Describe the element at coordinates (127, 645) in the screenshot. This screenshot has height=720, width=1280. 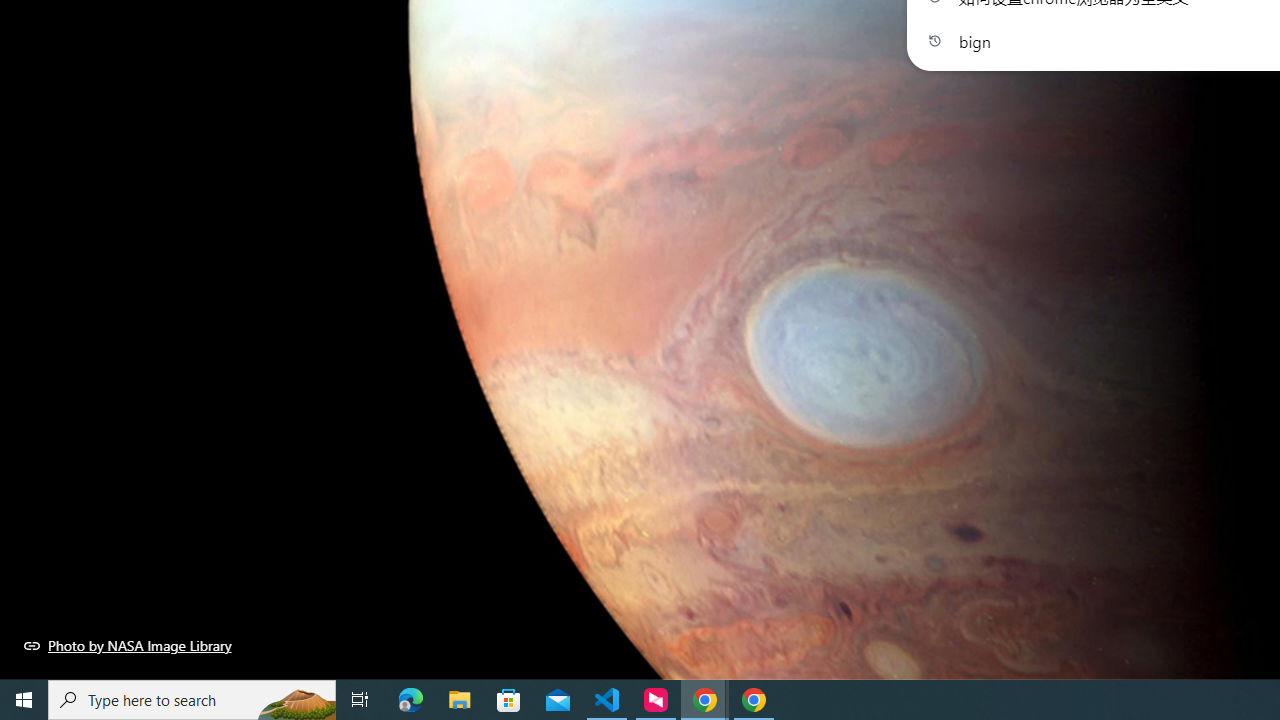
I see `'Photo by NASA Image Library'` at that location.